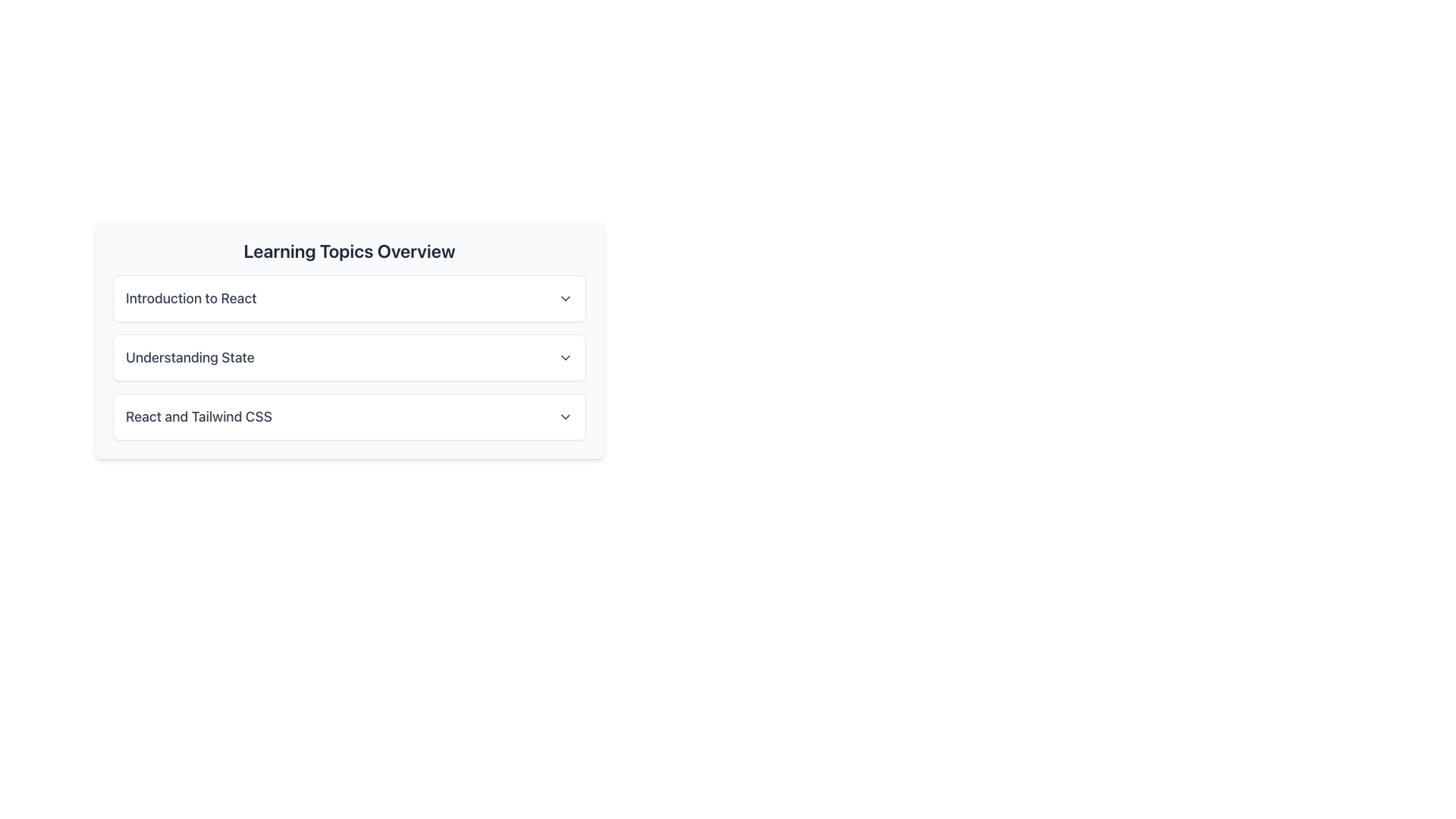 Image resolution: width=1456 pixels, height=819 pixels. I want to click on the static text label that identifies the section related to 'Understanding State', positioned as the second item in a vertical list of labeled sections, so click(189, 357).